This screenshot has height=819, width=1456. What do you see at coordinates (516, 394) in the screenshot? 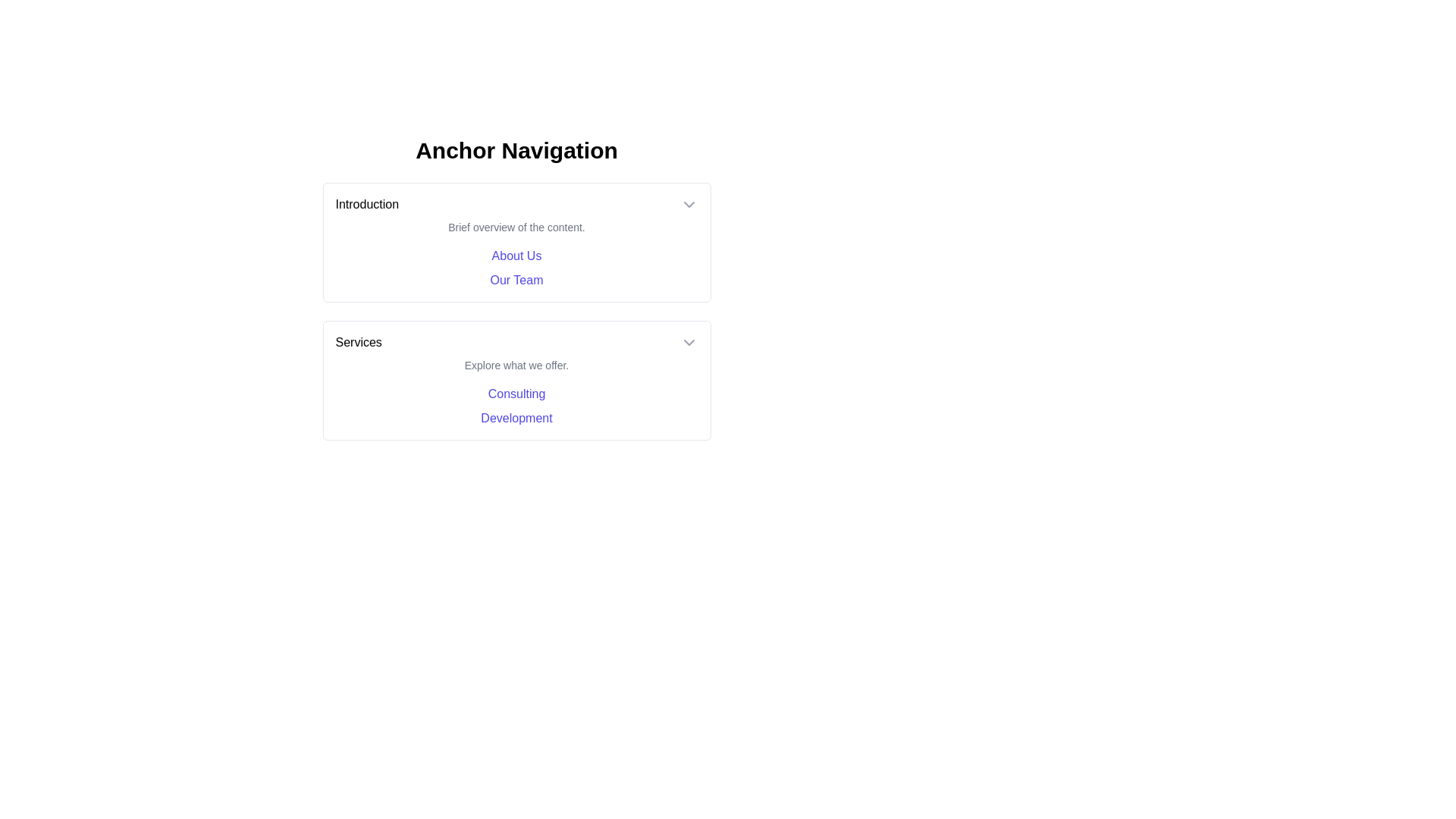
I see `the 'Consulting' hyperlink, which is styled as underlined, indigo-colored text and located under the 'Services' section, directly above the 'Development' link` at bounding box center [516, 394].